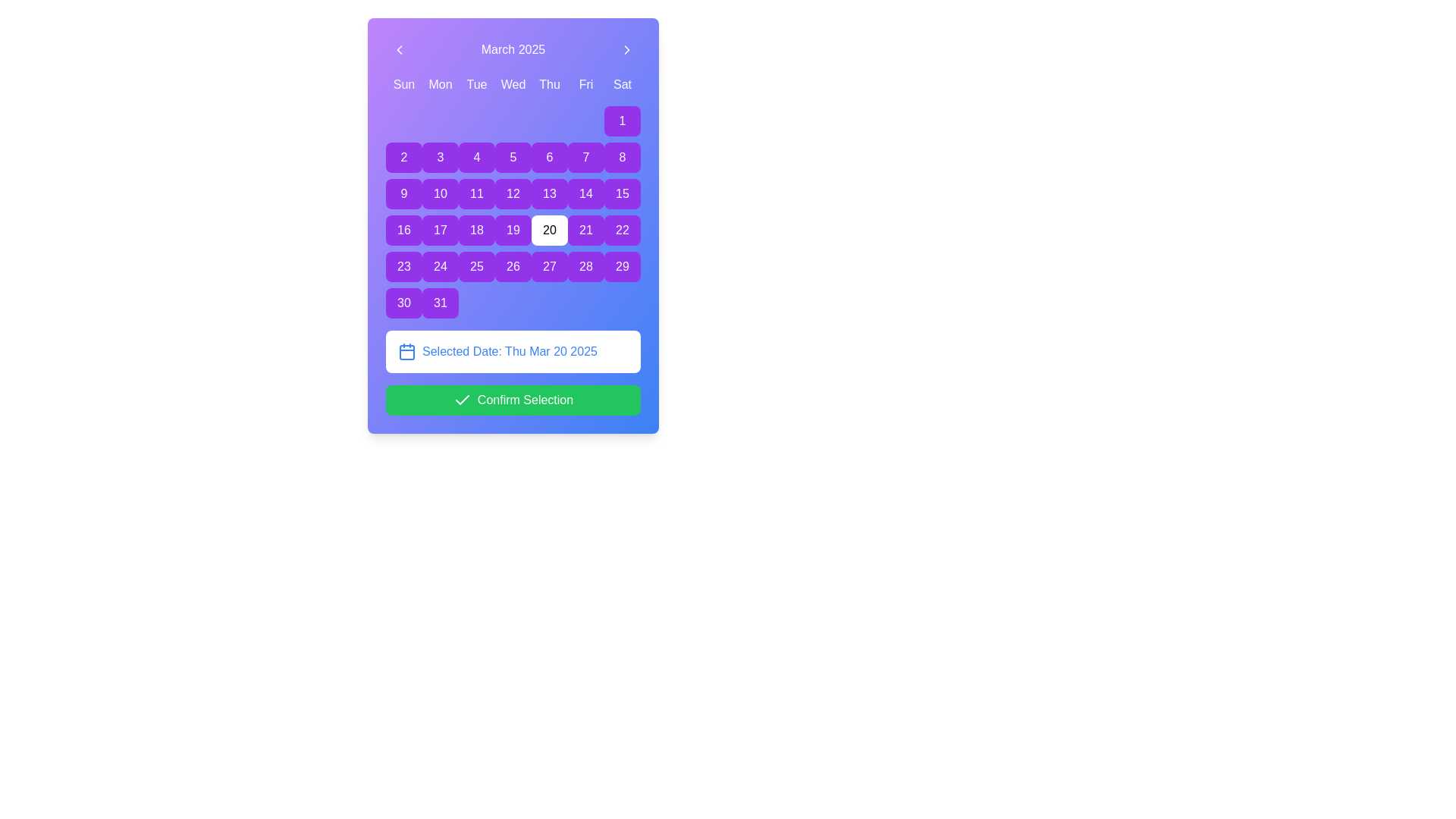  I want to click on the 'Confirm Selection' button that contains the small checkmark icon, which is styled in white against a green background, so click(461, 400).